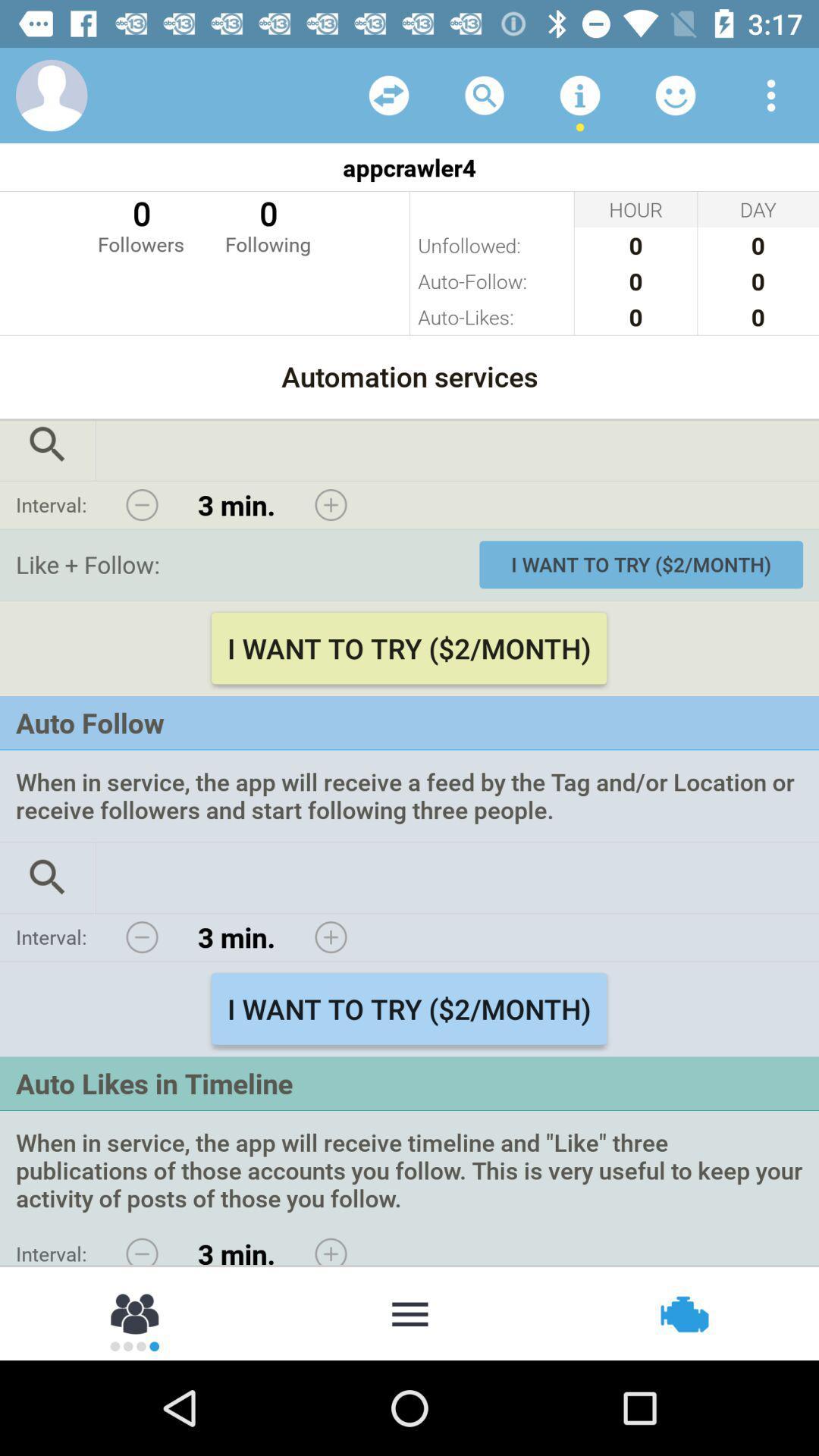  What do you see at coordinates (267, 224) in the screenshot?
I see `the 0` at bounding box center [267, 224].